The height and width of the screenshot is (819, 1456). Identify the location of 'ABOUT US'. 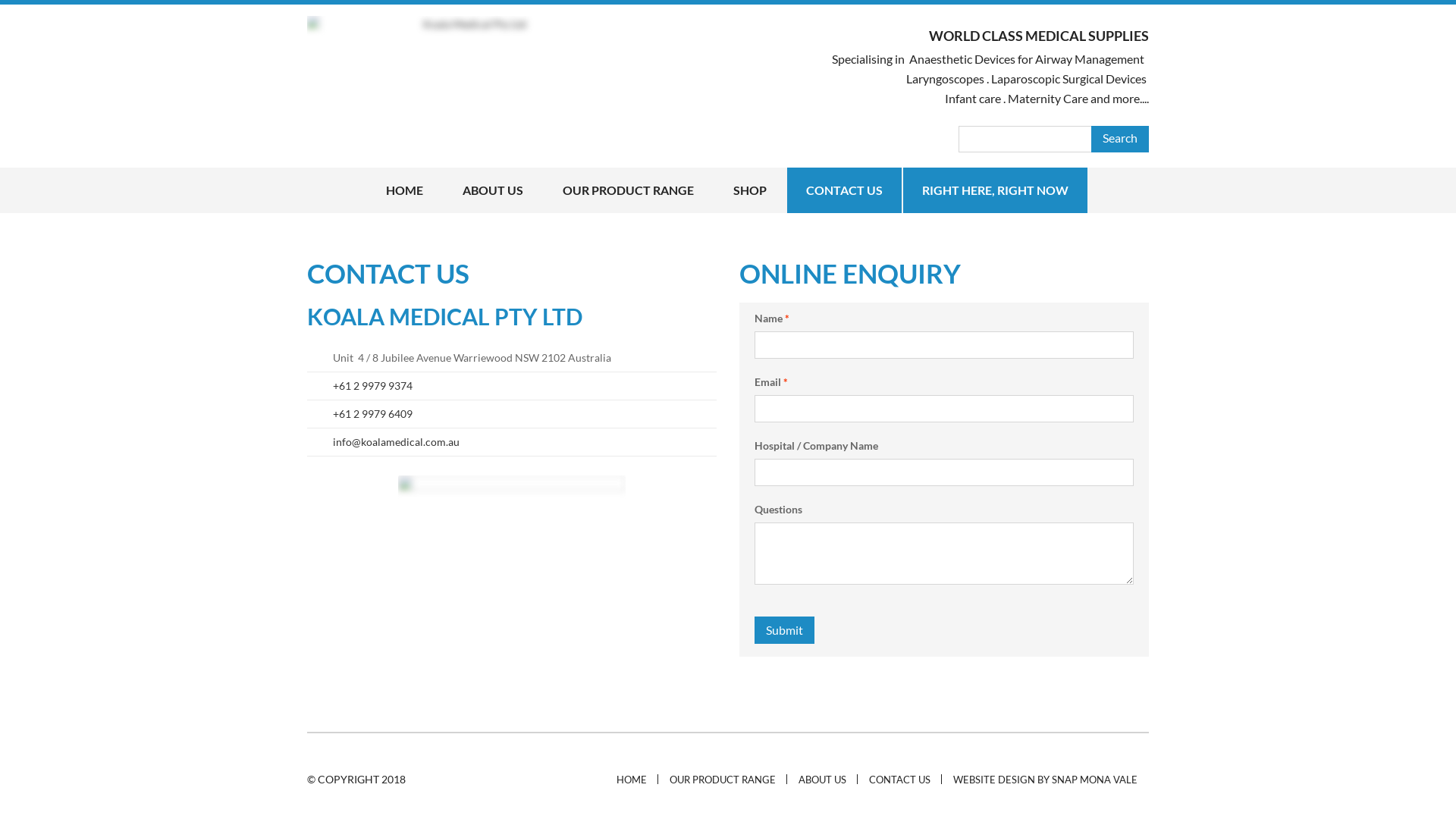
(443, 189).